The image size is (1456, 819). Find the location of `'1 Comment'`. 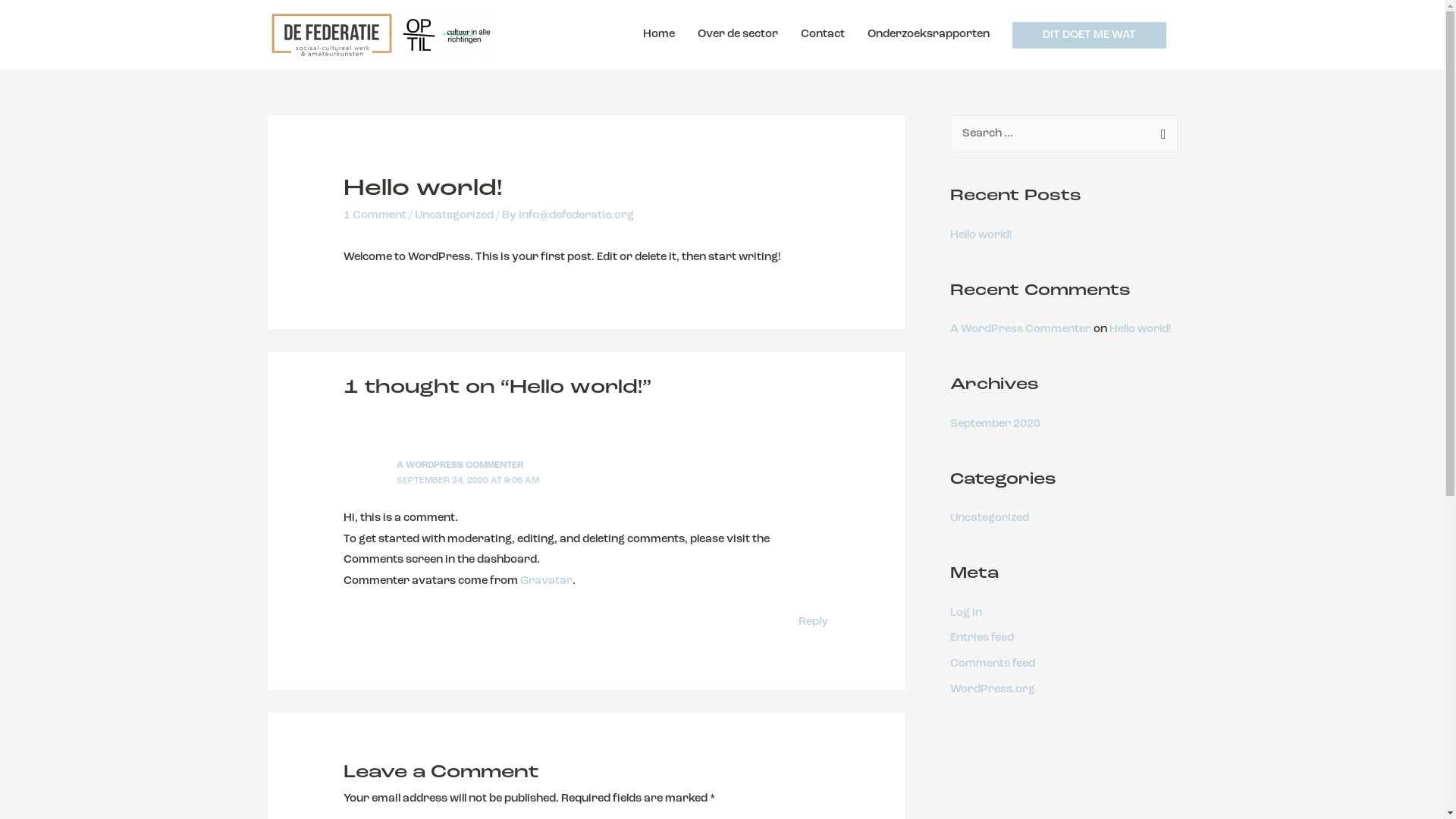

'1 Comment' is located at coordinates (375, 215).